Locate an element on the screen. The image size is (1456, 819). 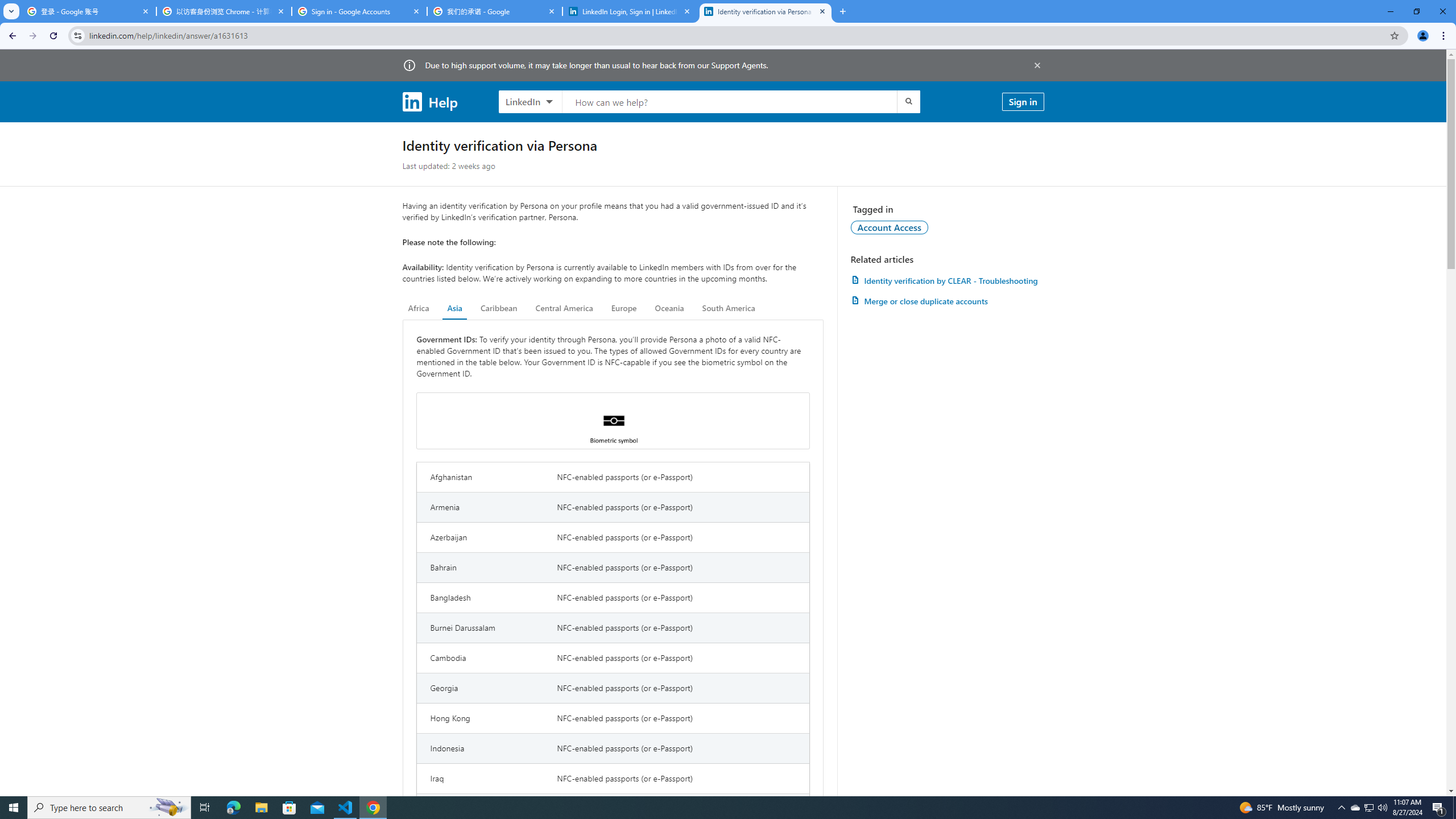
'Central America' is located at coordinates (564, 308).